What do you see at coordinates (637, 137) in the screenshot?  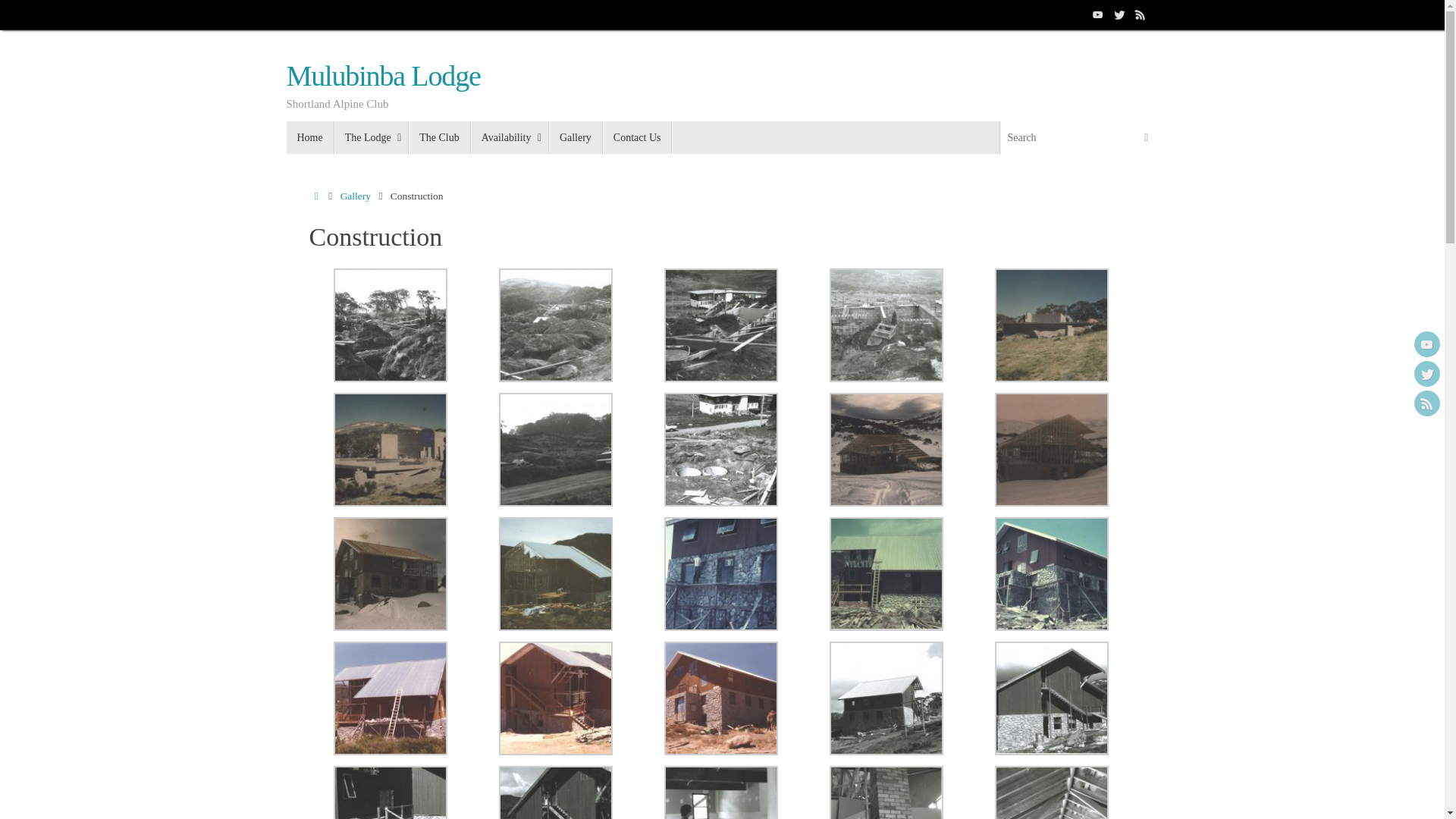 I see `'Contact Us'` at bounding box center [637, 137].